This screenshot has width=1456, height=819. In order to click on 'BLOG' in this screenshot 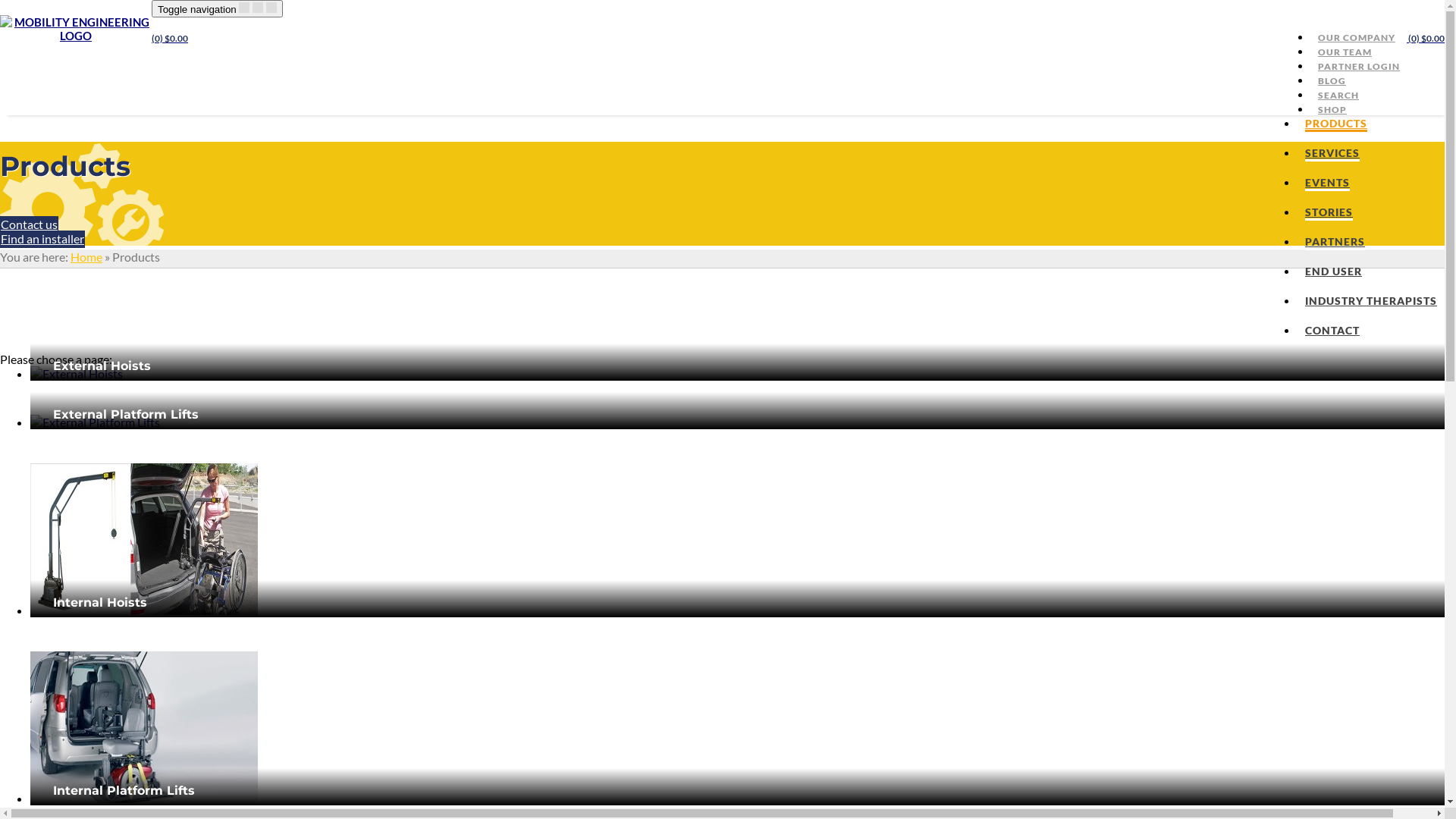, I will do `click(1310, 80)`.